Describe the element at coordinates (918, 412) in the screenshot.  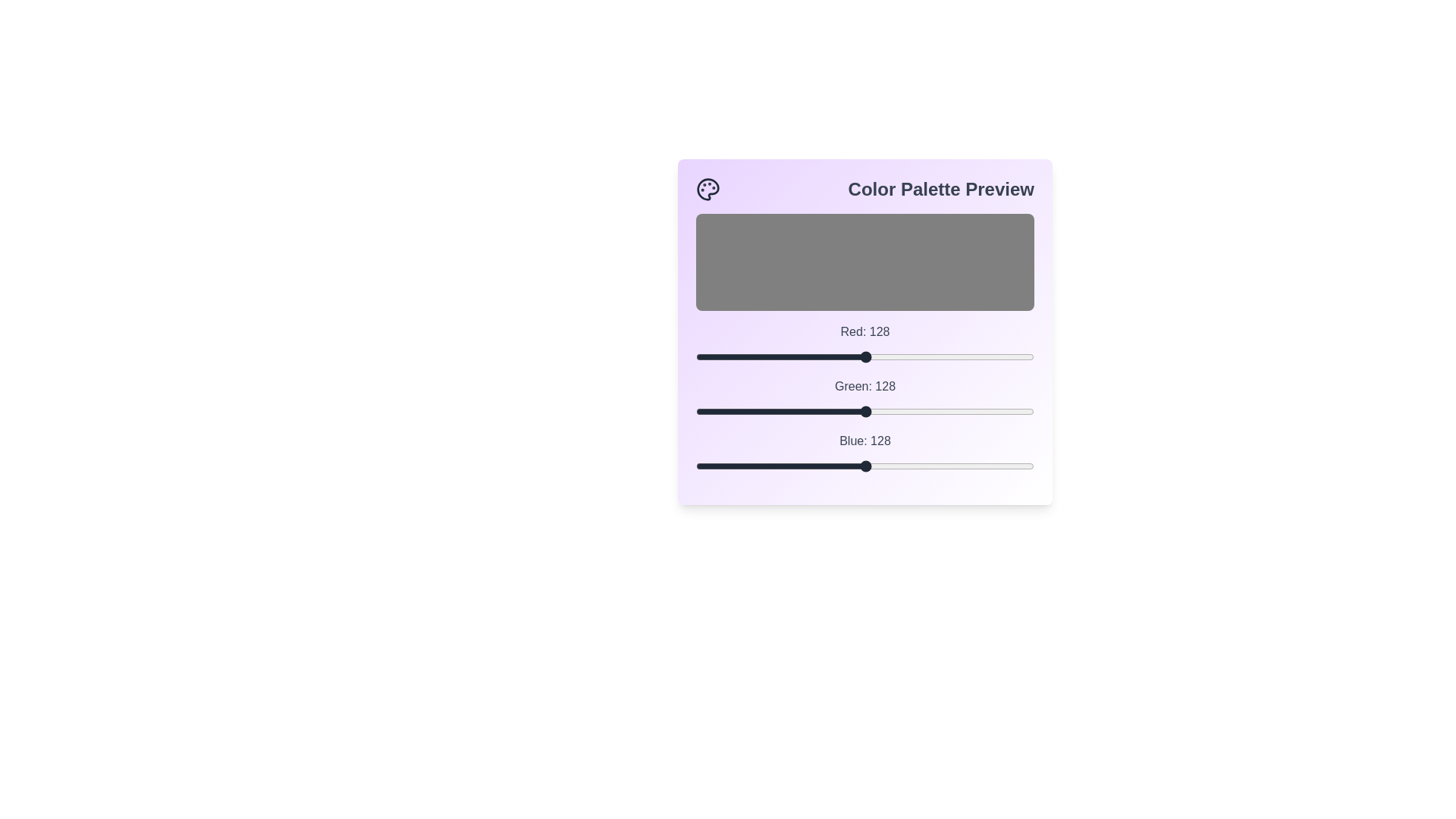
I see `the green intensity` at that location.